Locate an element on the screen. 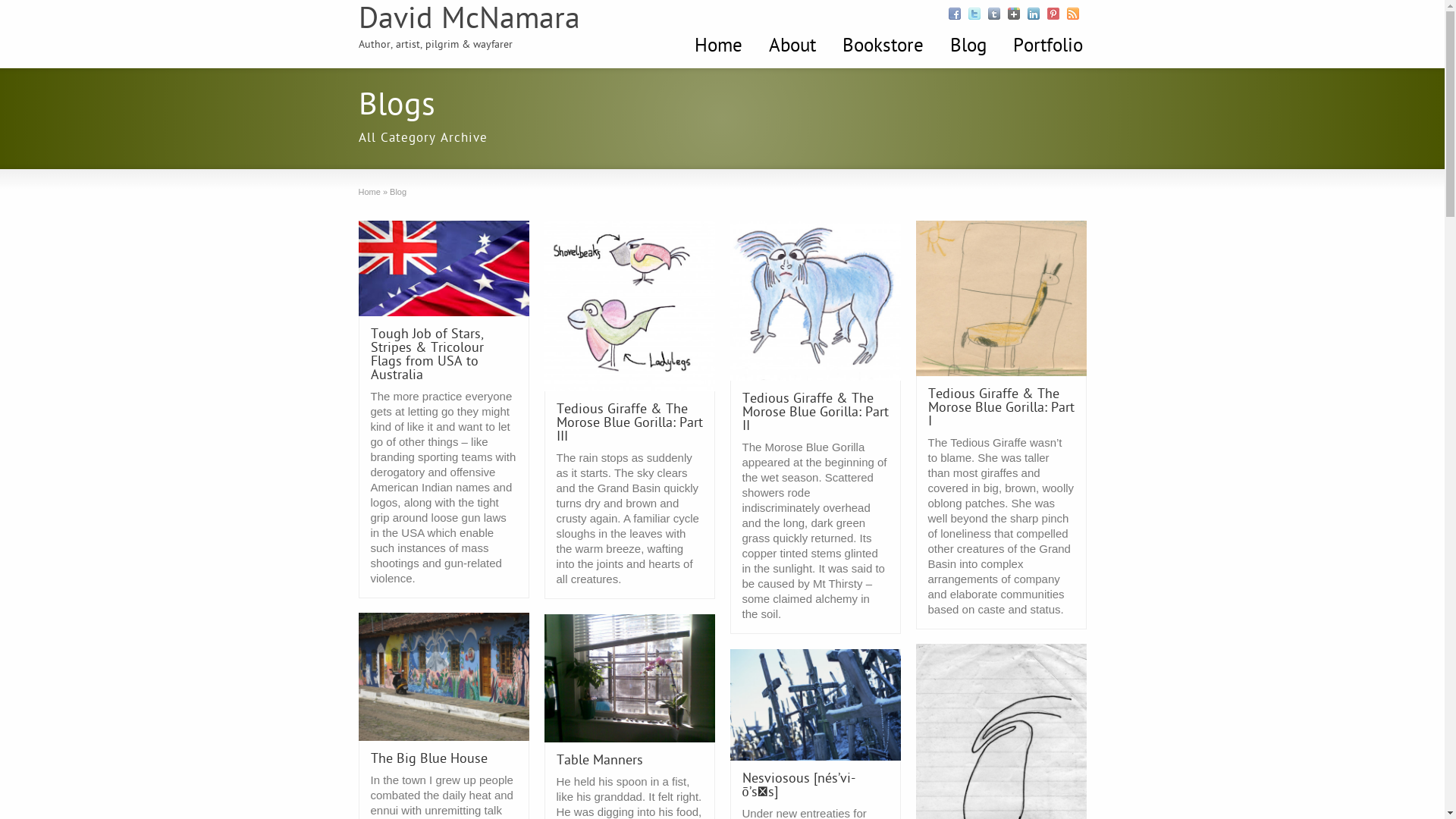 The width and height of the screenshot is (1456, 819). 'Home' is located at coordinates (369, 191).